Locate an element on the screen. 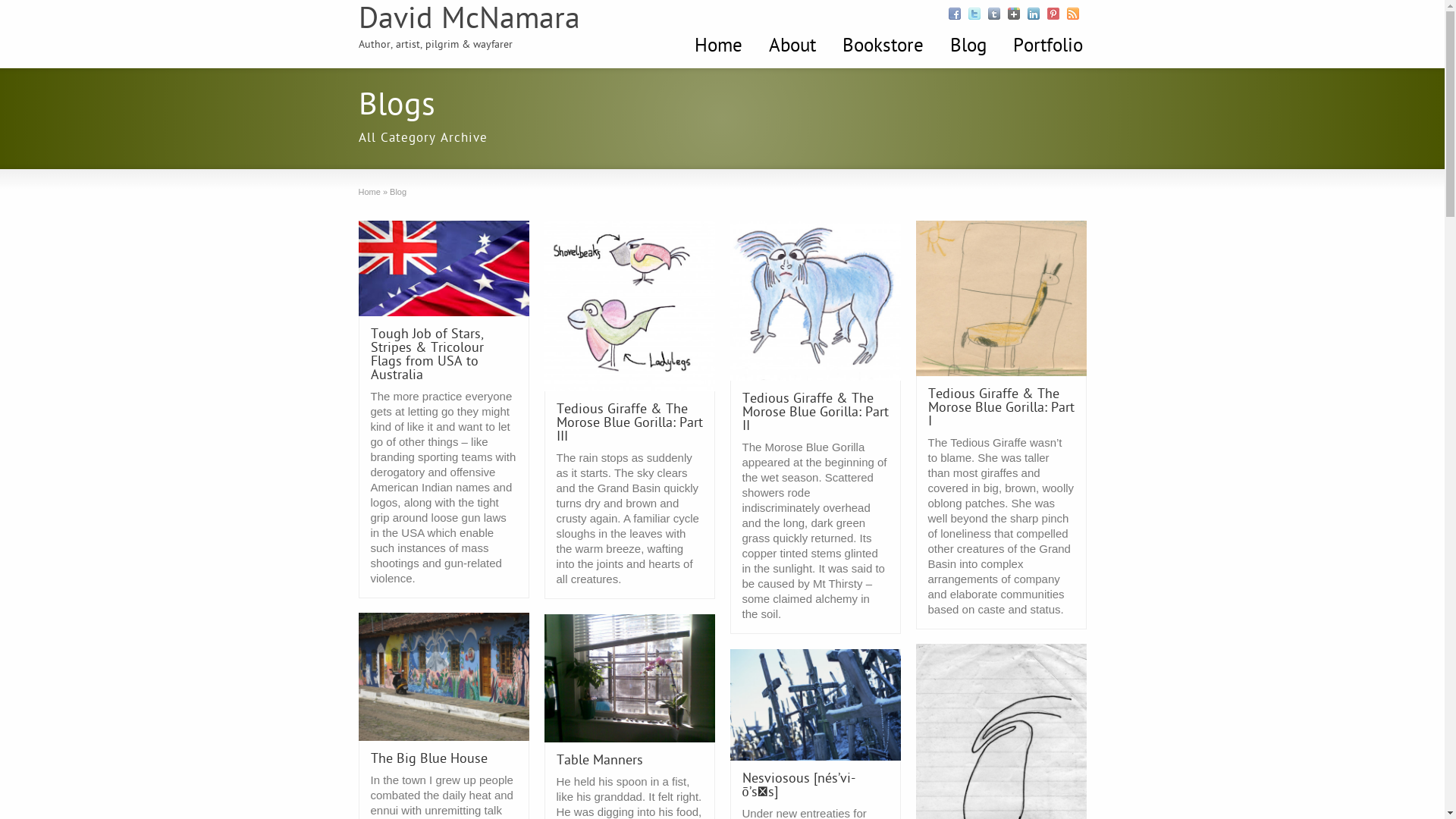 The width and height of the screenshot is (1456, 819). 'Home' is located at coordinates (369, 191).